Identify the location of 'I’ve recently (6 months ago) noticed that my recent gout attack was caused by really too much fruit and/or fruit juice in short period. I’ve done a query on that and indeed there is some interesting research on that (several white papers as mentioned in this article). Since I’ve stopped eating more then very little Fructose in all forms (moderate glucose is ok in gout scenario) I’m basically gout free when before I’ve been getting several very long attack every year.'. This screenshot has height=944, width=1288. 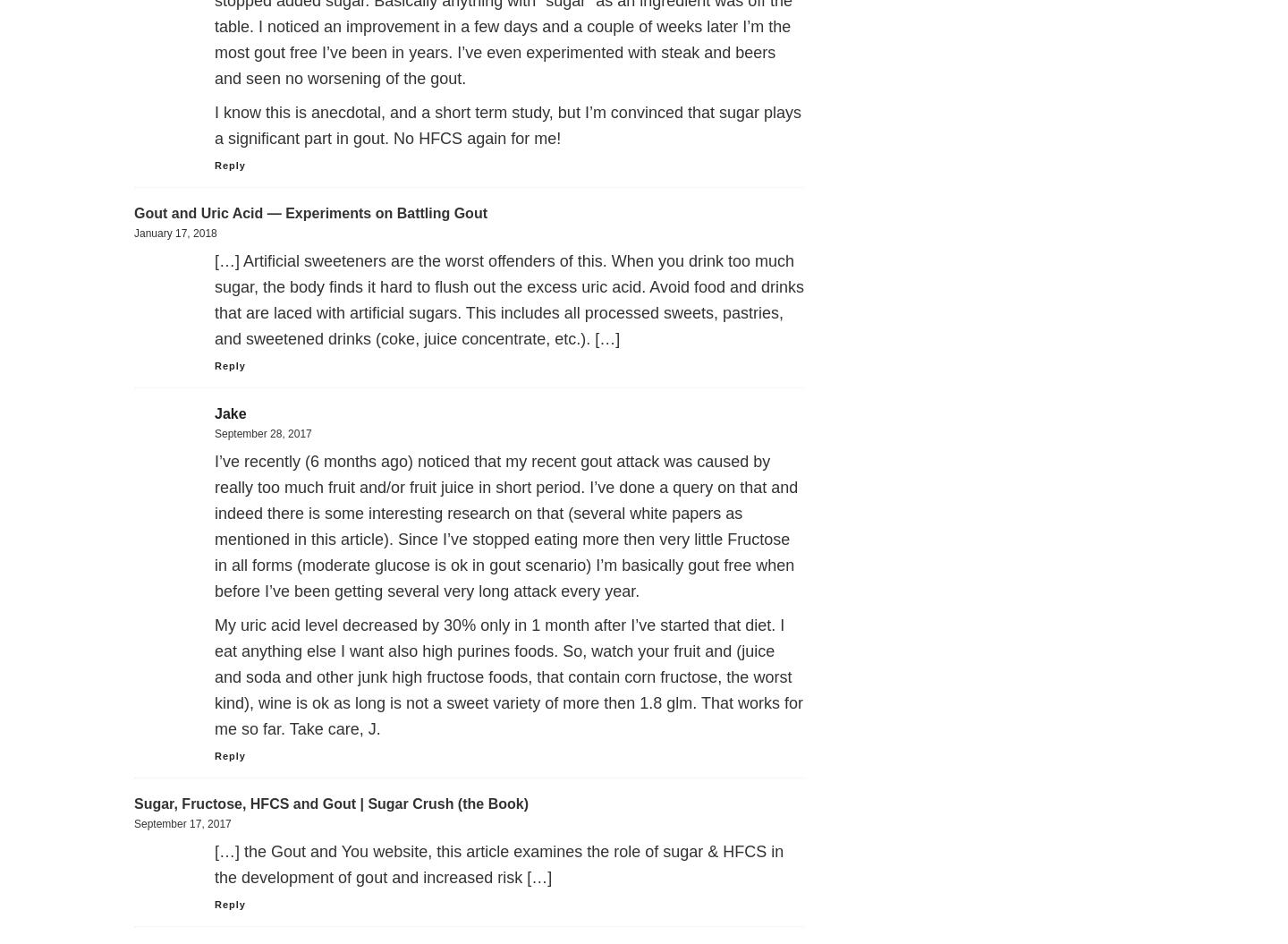
(215, 526).